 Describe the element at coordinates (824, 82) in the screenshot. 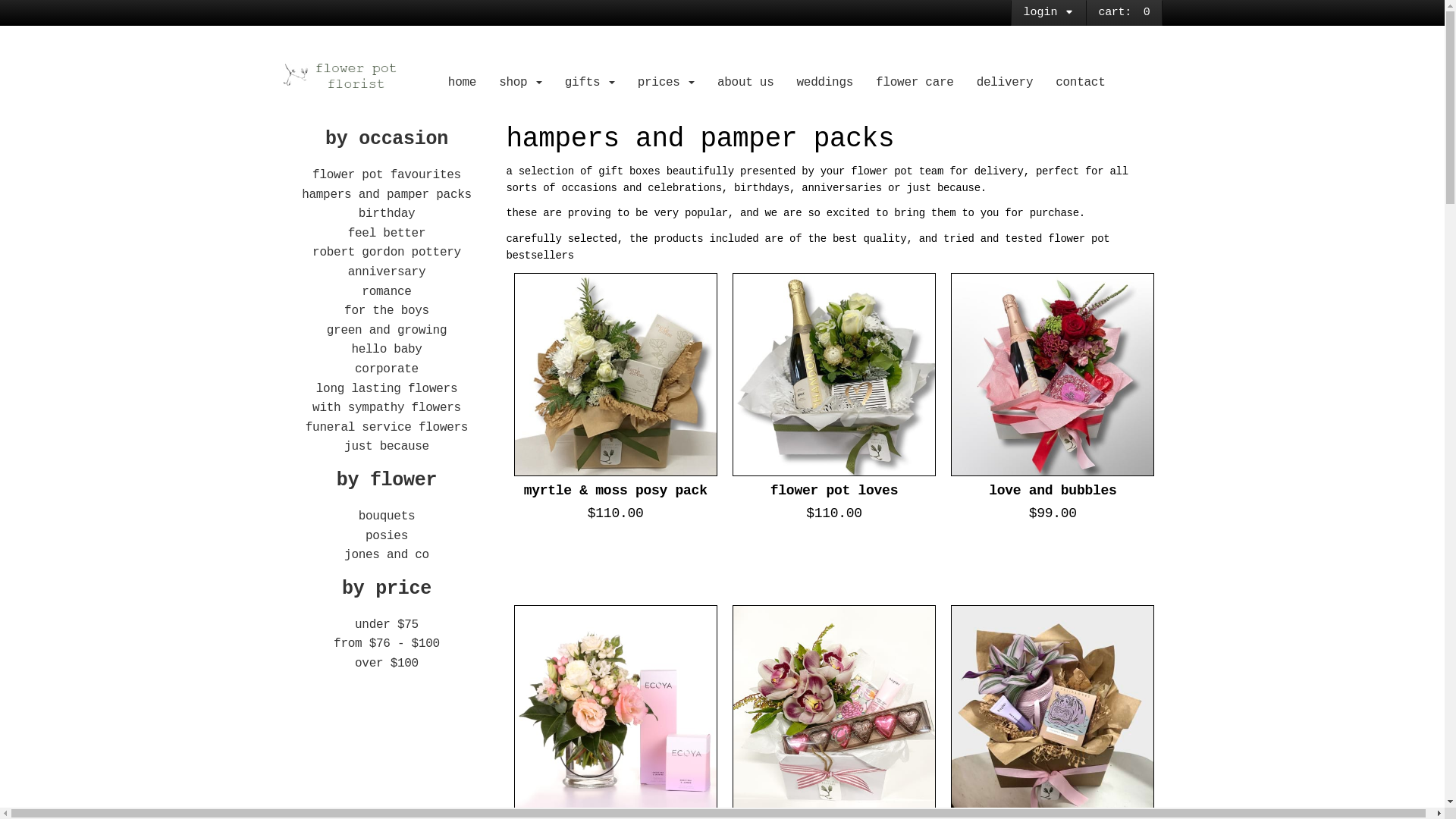

I see `'weddings'` at that location.